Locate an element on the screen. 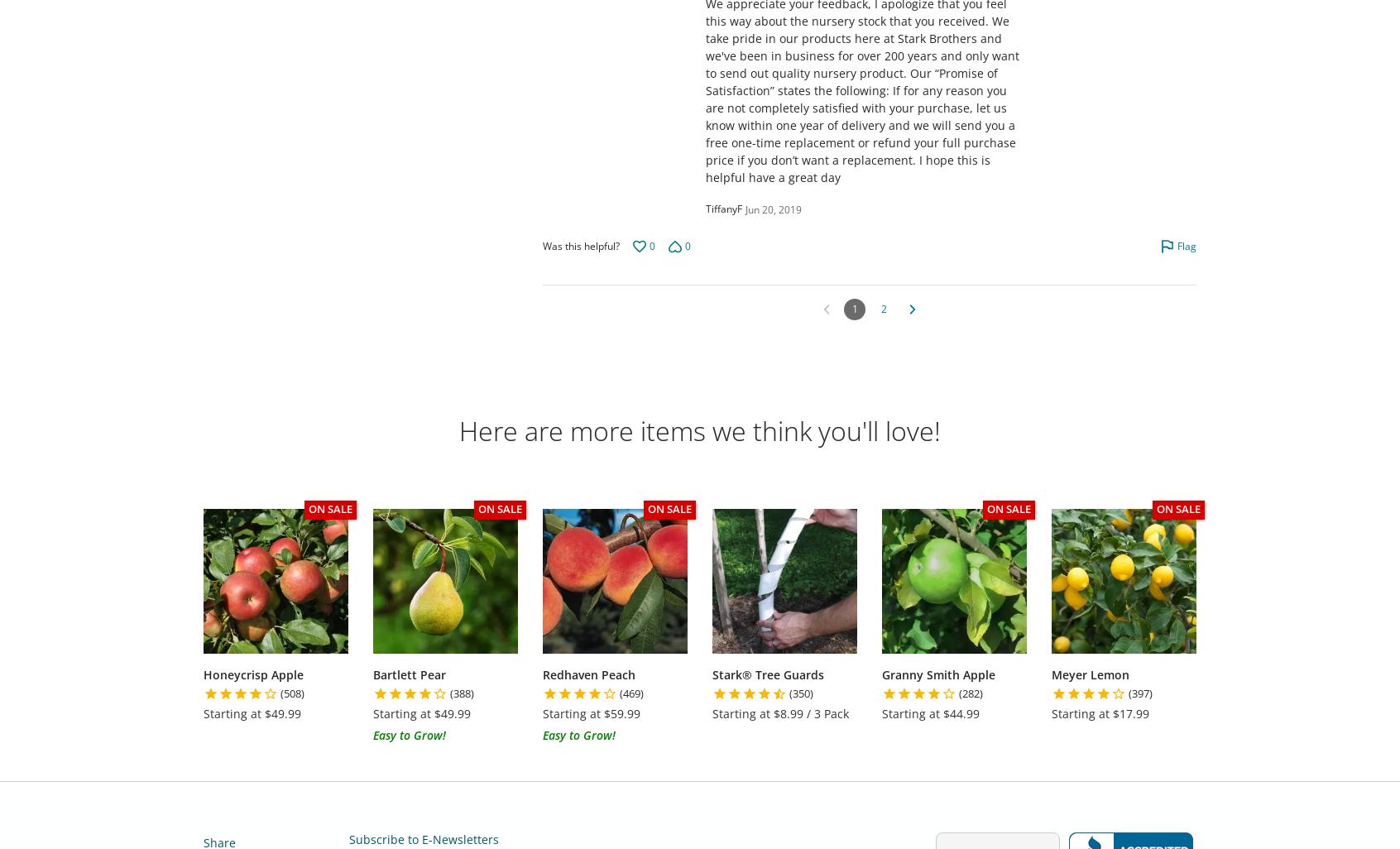  '1' is located at coordinates (853, 308).